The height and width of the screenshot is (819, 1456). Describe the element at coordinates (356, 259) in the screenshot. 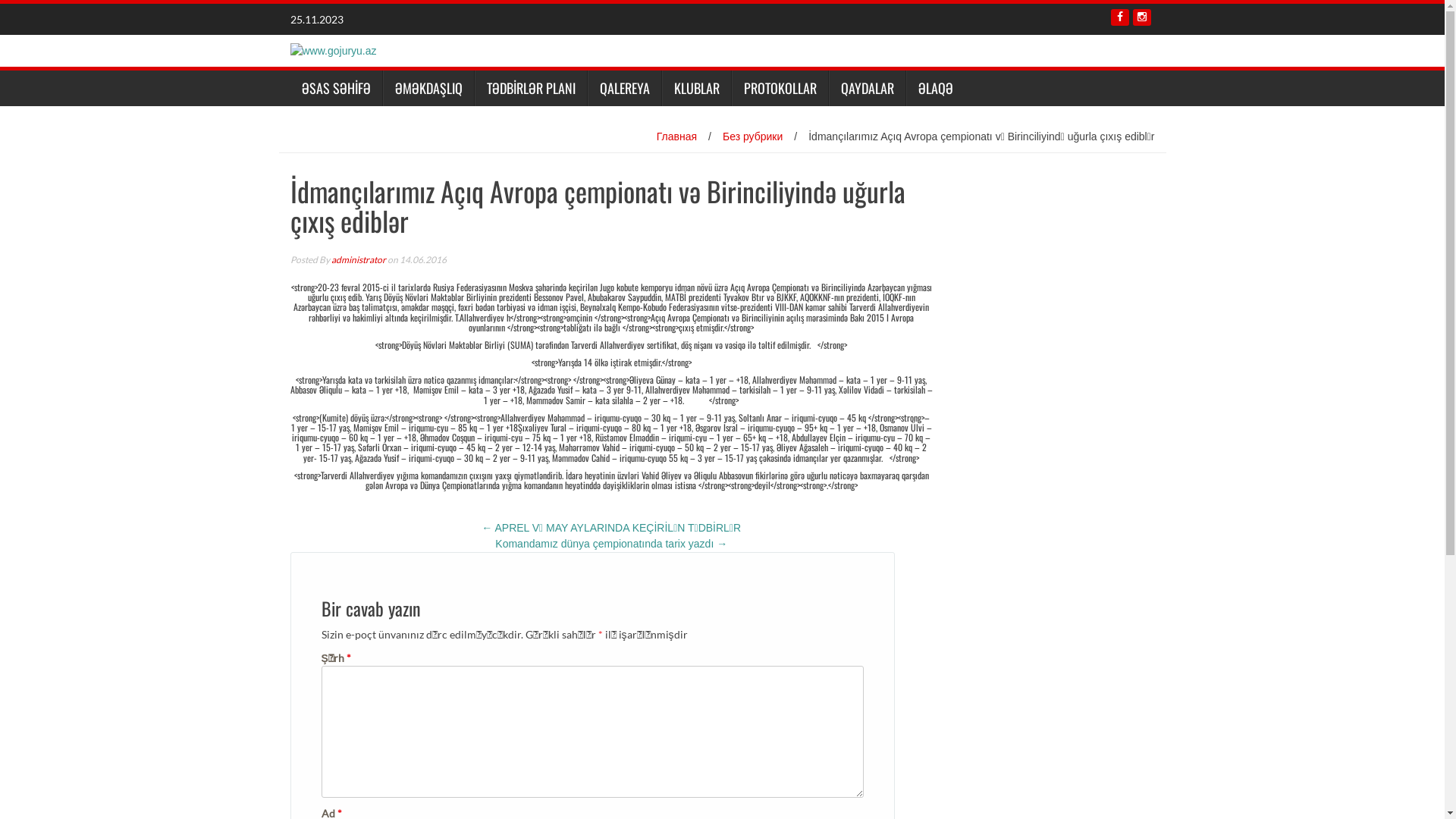

I see `'administrator'` at that location.